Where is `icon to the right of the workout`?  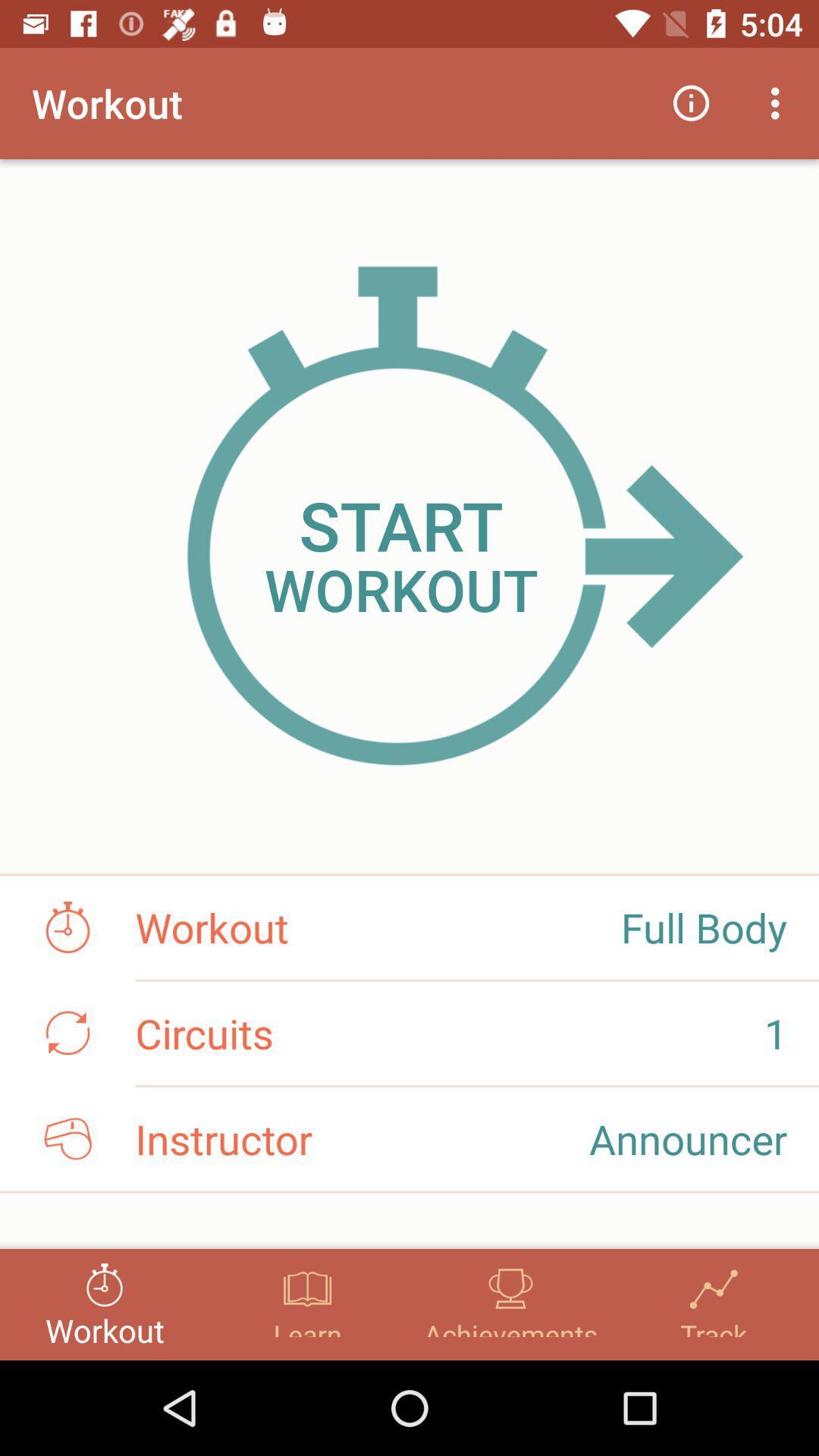
icon to the right of the workout is located at coordinates (691, 102).